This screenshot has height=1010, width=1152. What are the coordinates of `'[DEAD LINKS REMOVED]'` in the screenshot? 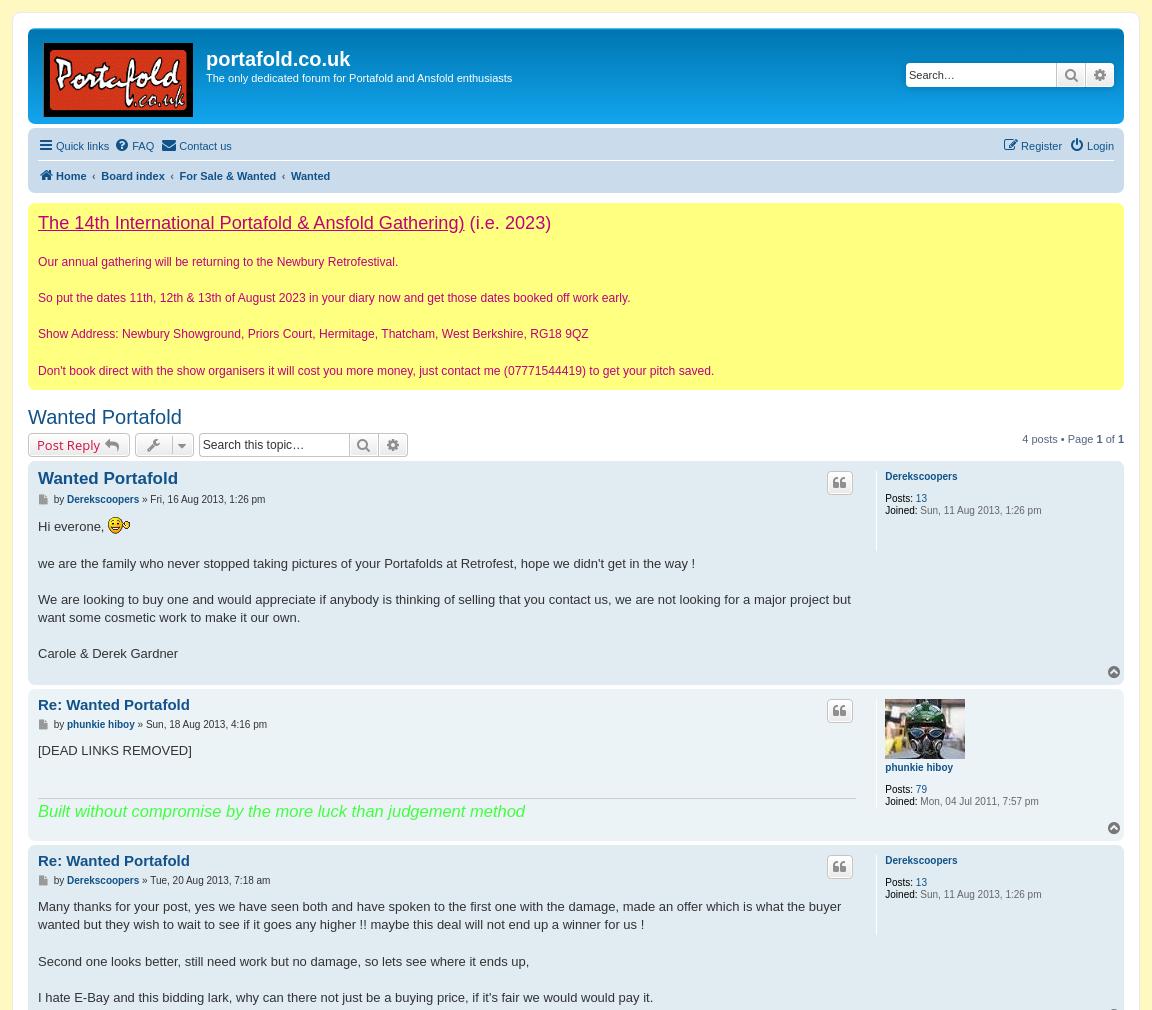 It's located at (113, 748).